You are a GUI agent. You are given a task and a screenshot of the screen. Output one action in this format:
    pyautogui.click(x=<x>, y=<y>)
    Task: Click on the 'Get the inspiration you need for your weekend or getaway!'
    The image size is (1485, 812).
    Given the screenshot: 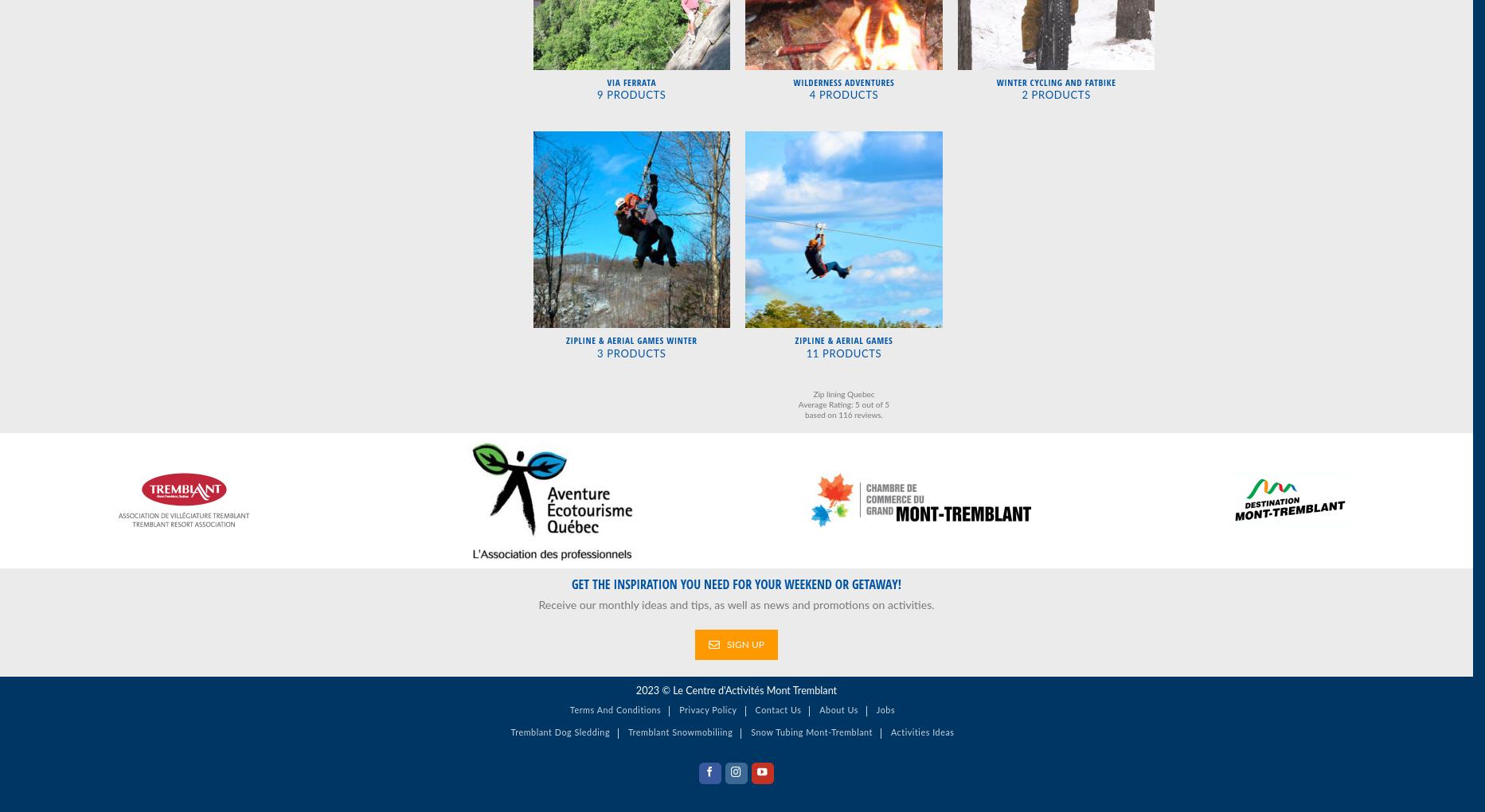 What is the action you would take?
    pyautogui.click(x=571, y=583)
    